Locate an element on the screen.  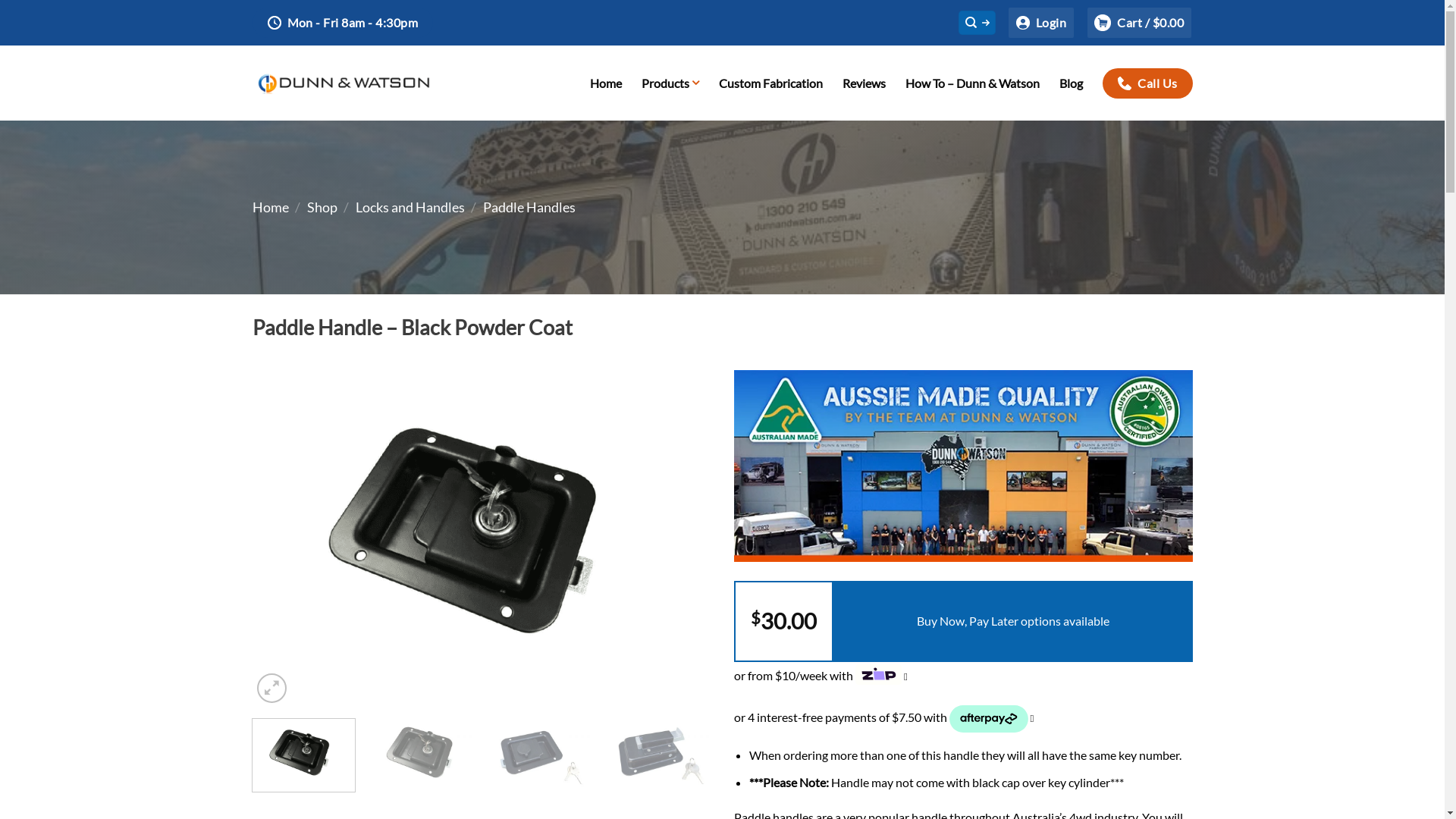
'Reviews' is located at coordinates (864, 83).